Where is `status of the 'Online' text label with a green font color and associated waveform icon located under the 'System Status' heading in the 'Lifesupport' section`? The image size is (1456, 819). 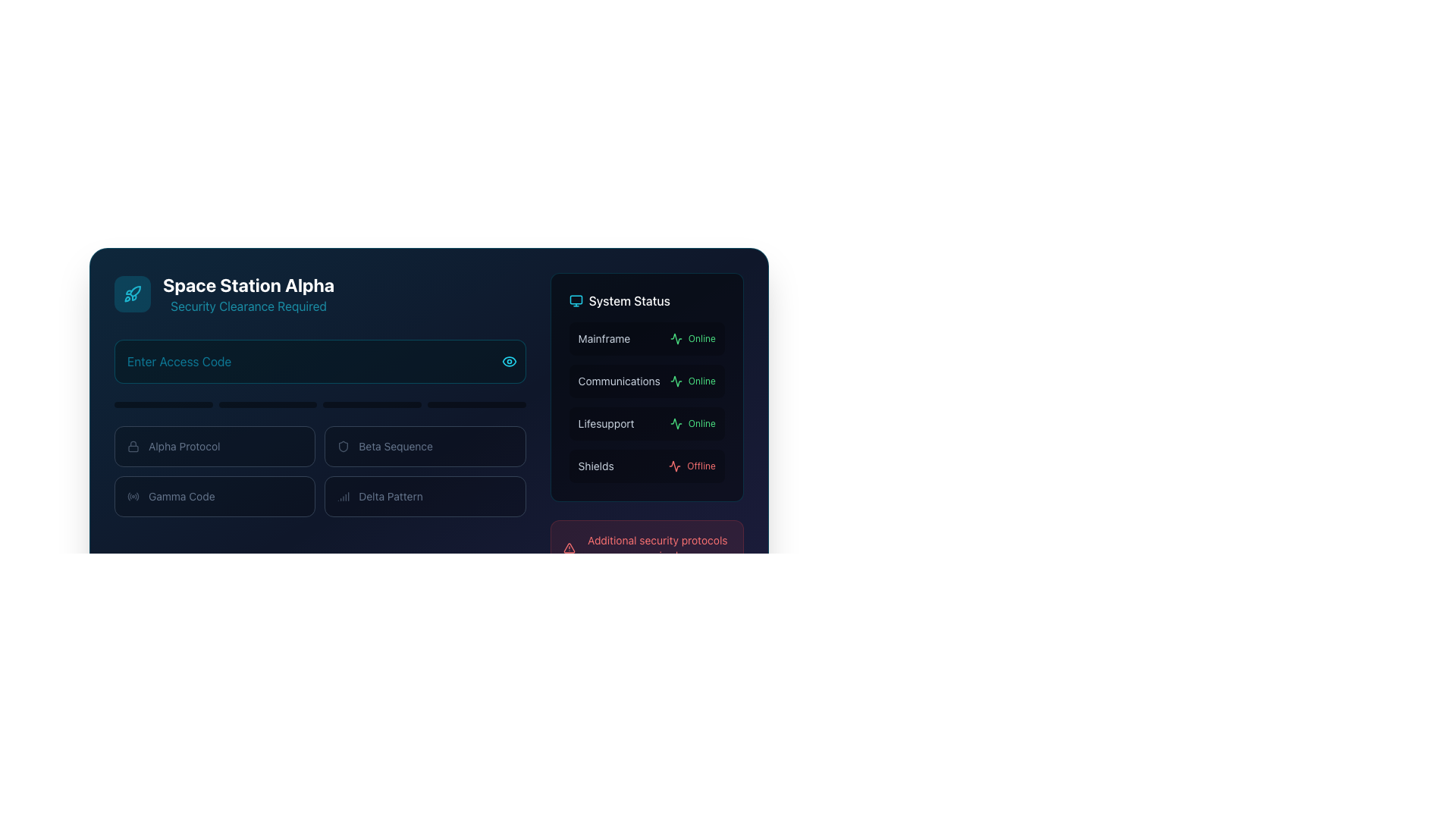
status of the 'Online' text label with a green font color and associated waveform icon located under the 'System Status' heading in the 'Lifesupport' section is located at coordinates (692, 424).